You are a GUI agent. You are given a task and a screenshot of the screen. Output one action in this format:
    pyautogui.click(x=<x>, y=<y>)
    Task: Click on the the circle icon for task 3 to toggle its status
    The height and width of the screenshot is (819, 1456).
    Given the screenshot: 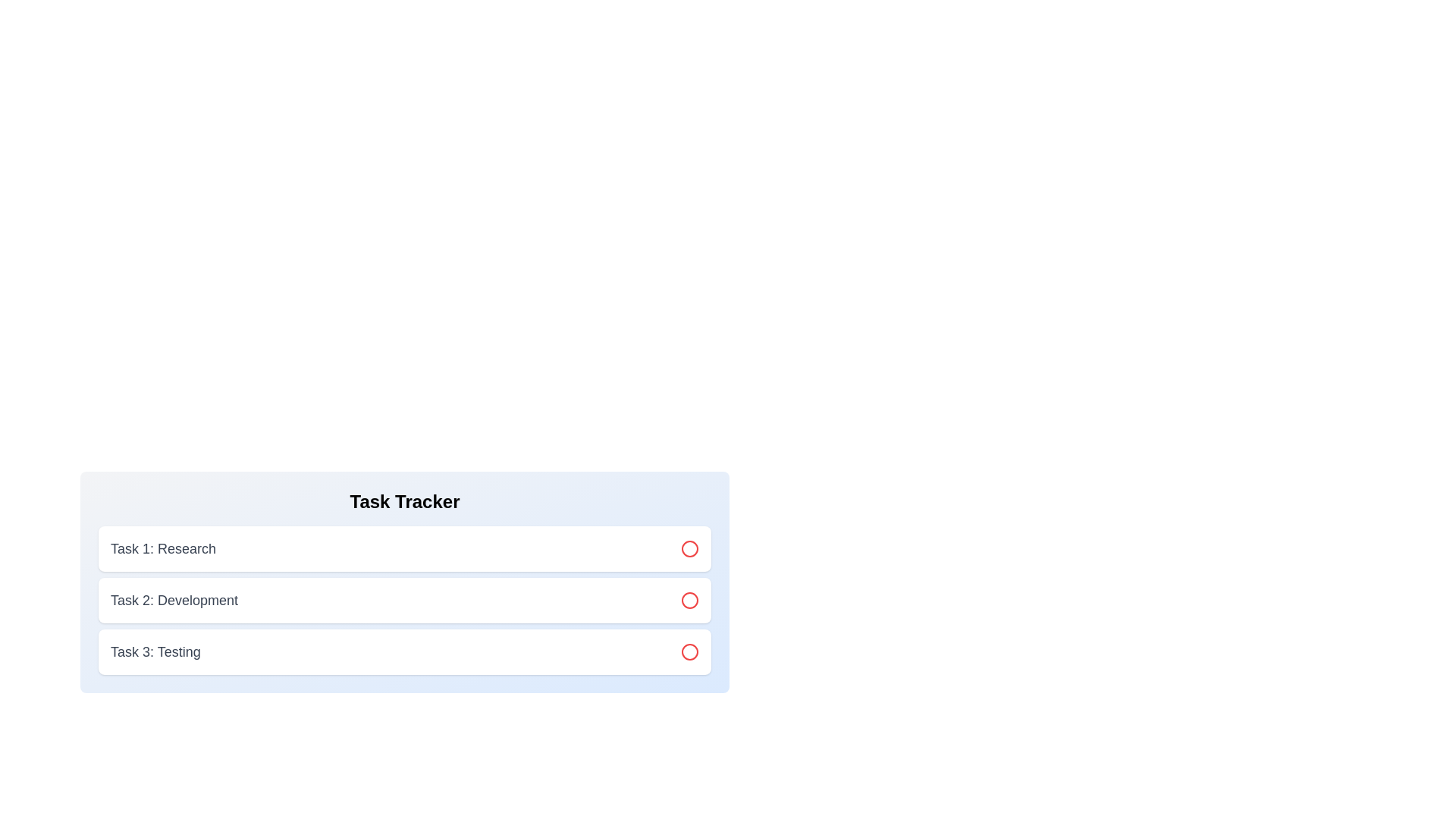 What is the action you would take?
    pyautogui.click(x=689, y=651)
    